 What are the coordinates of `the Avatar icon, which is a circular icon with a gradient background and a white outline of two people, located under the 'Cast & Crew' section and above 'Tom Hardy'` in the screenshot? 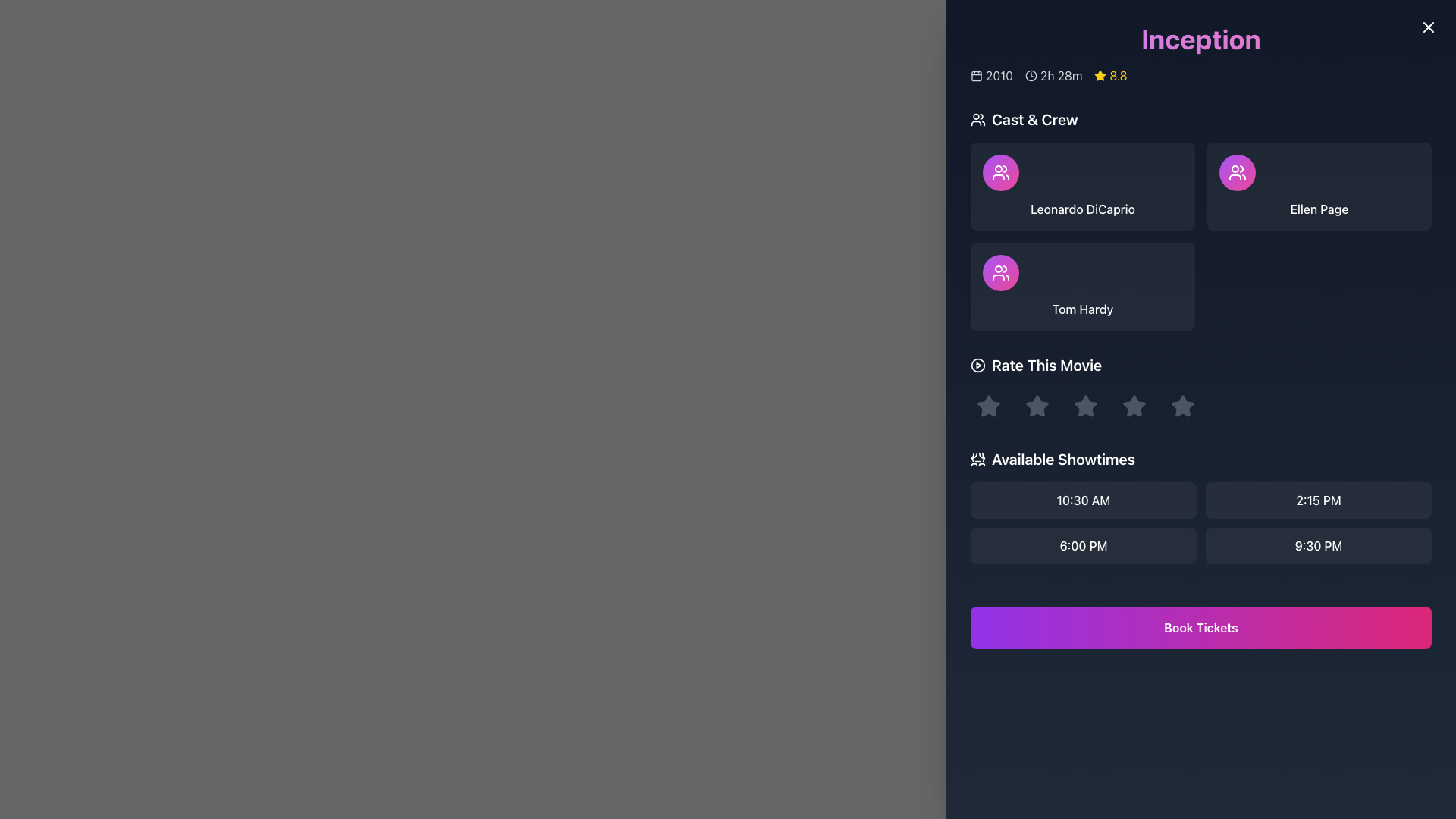 It's located at (1001, 271).